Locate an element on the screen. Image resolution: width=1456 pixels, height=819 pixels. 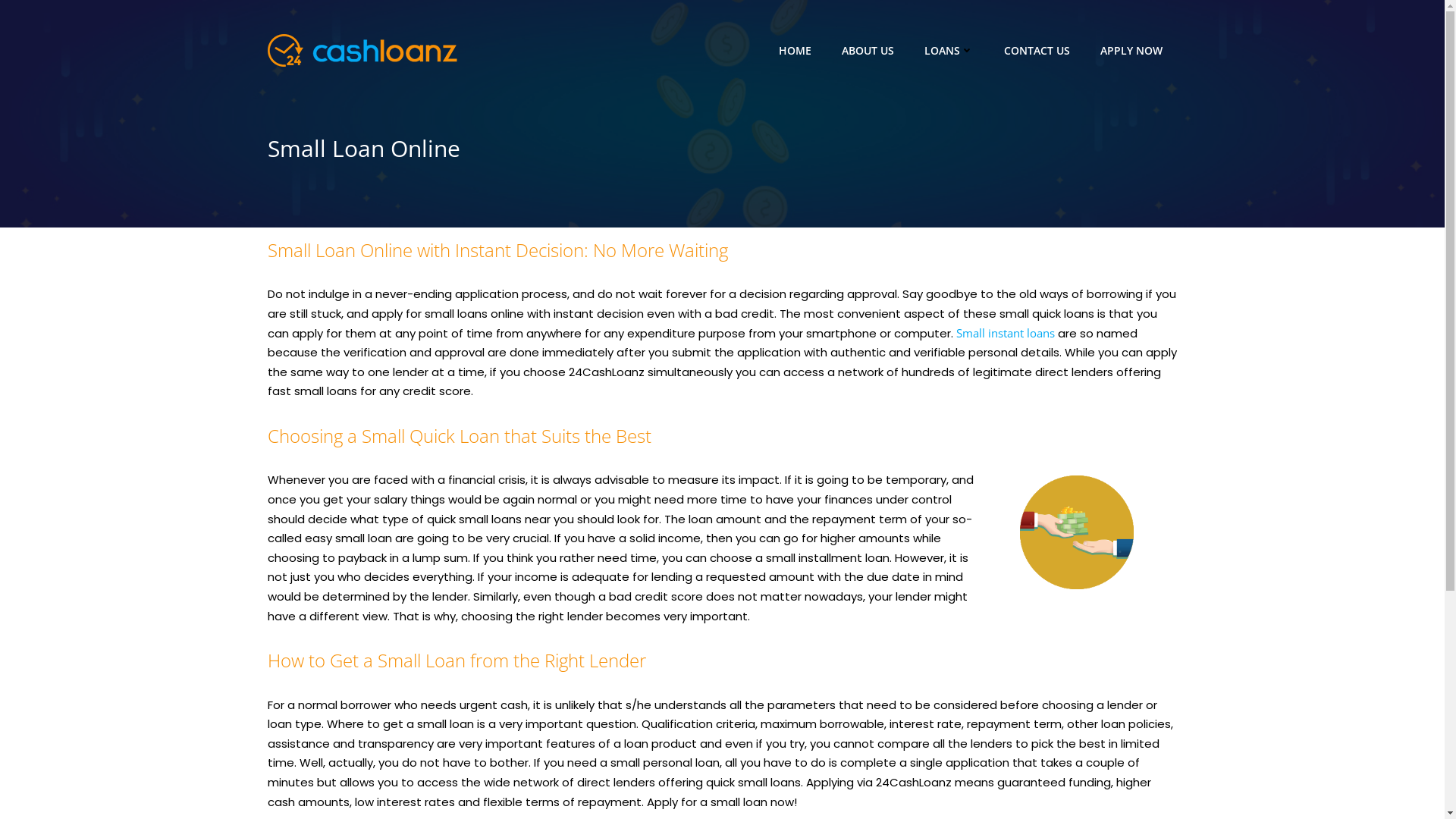
'HOME' is located at coordinates (793, 49).